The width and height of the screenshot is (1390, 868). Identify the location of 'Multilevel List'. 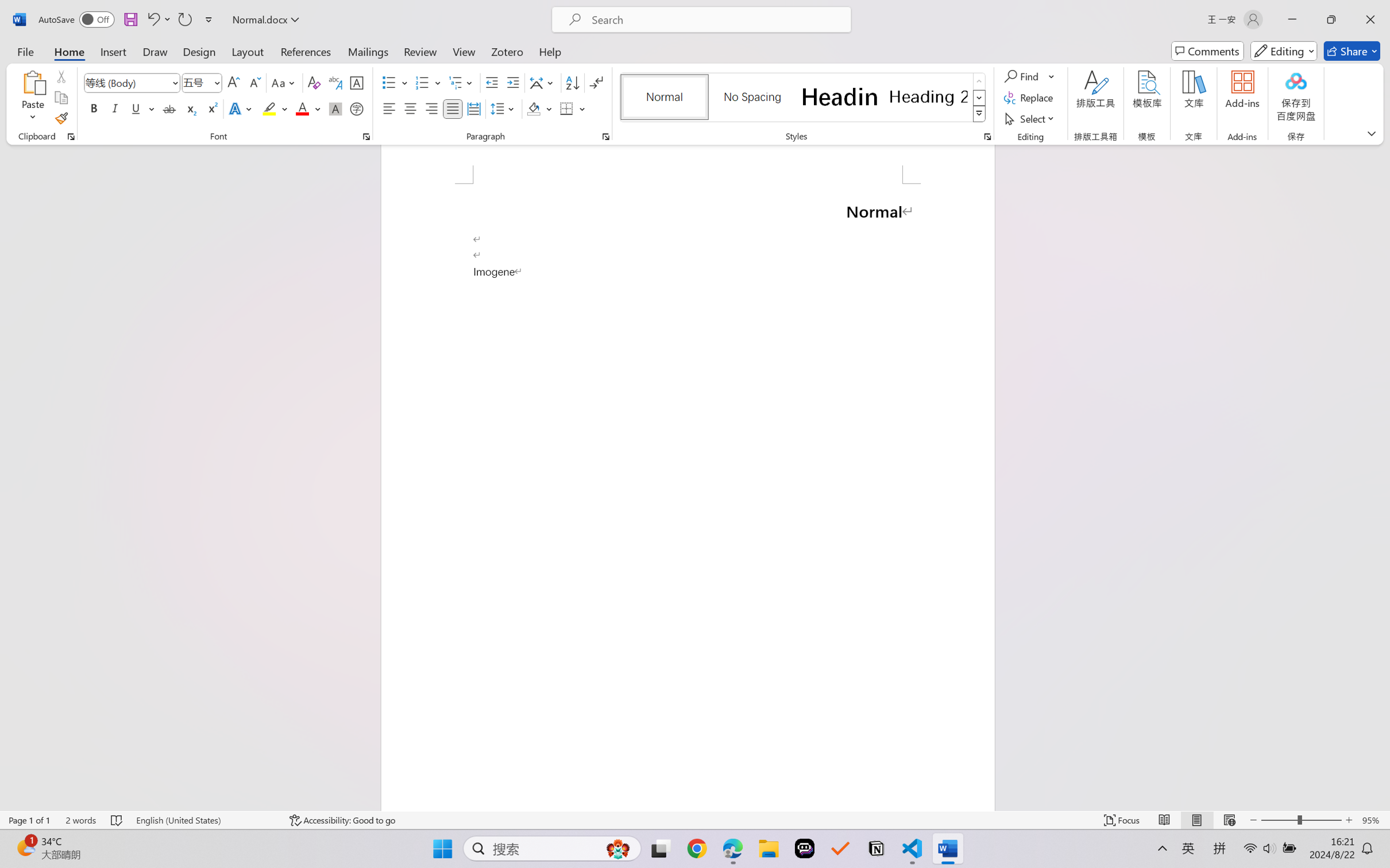
(462, 83).